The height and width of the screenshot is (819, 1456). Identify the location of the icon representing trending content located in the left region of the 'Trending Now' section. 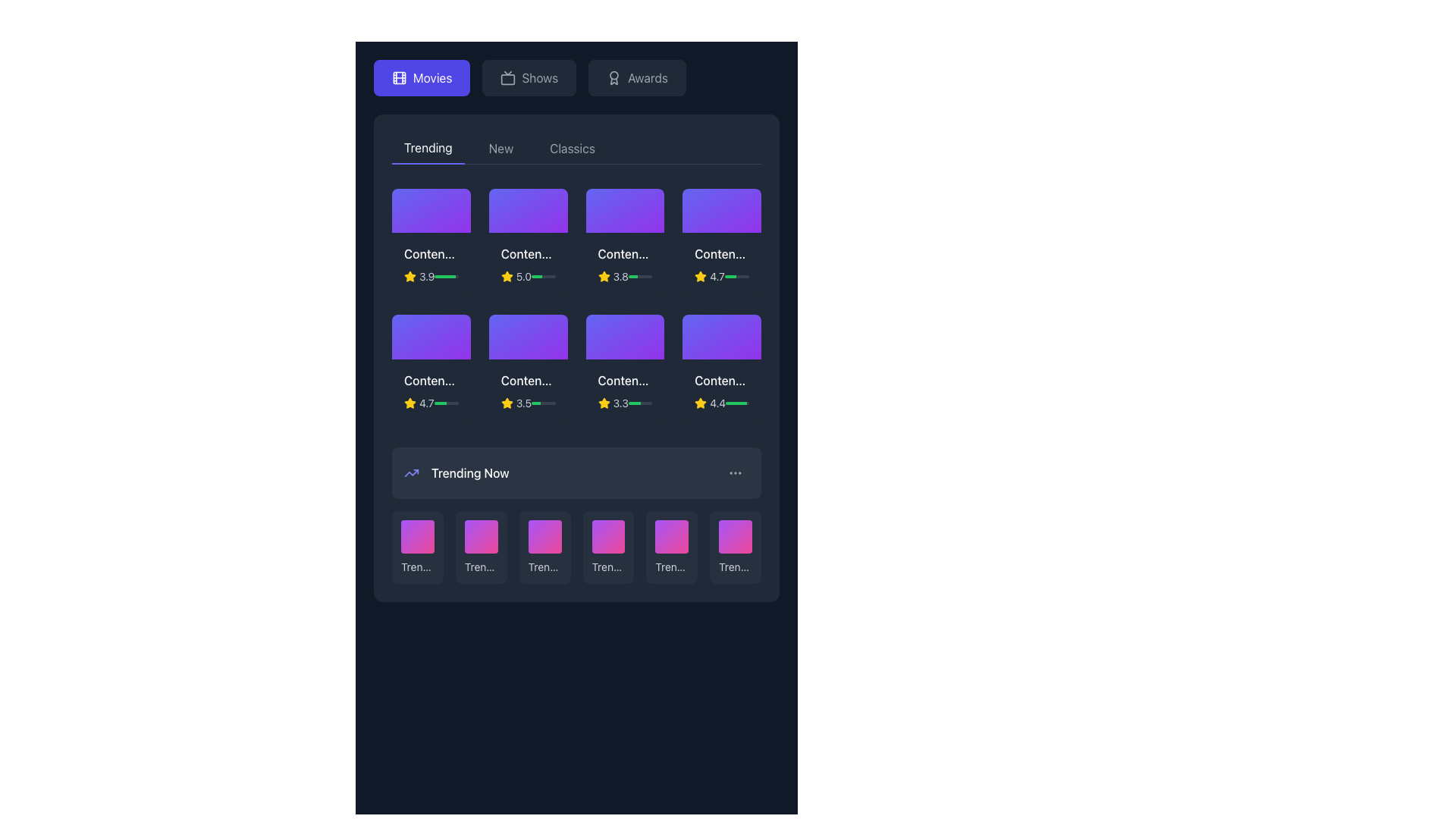
(411, 472).